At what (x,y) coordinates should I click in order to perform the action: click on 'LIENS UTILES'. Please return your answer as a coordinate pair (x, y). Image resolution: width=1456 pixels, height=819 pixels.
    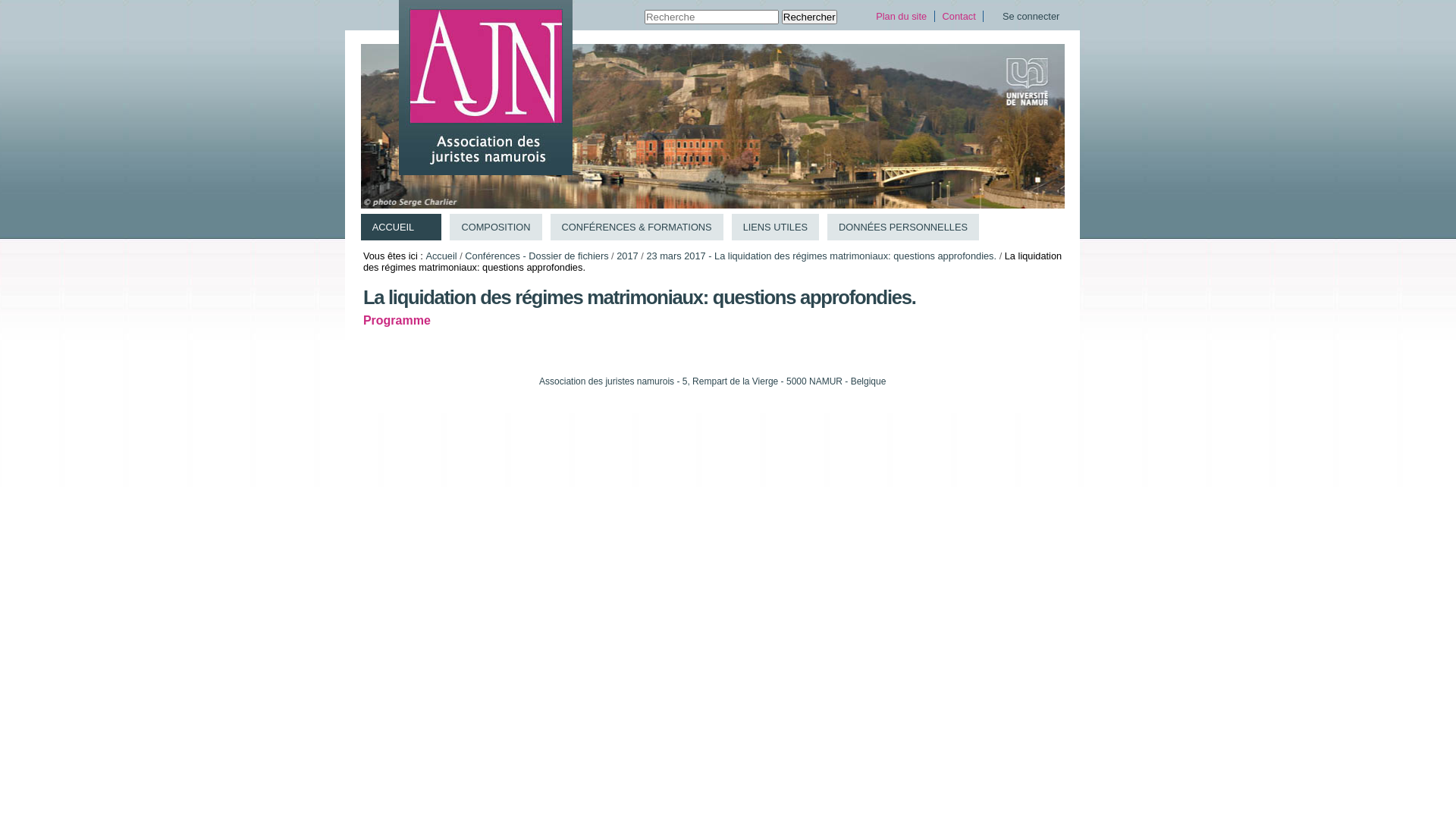
    Looking at the image, I should click on (775, 227).